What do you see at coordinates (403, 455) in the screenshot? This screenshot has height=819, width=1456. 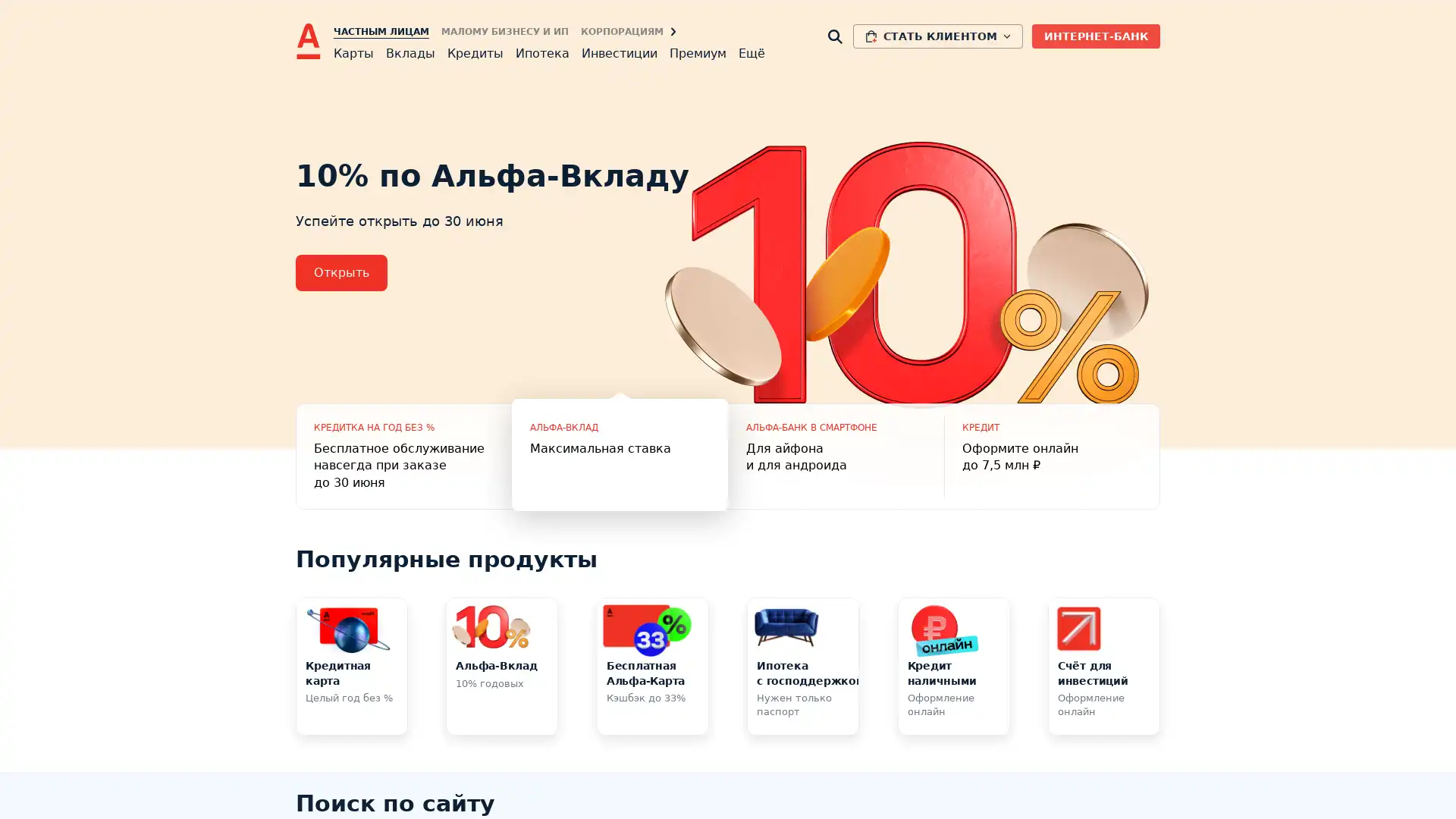 I see `%       30` at bounding box center [403, 455].